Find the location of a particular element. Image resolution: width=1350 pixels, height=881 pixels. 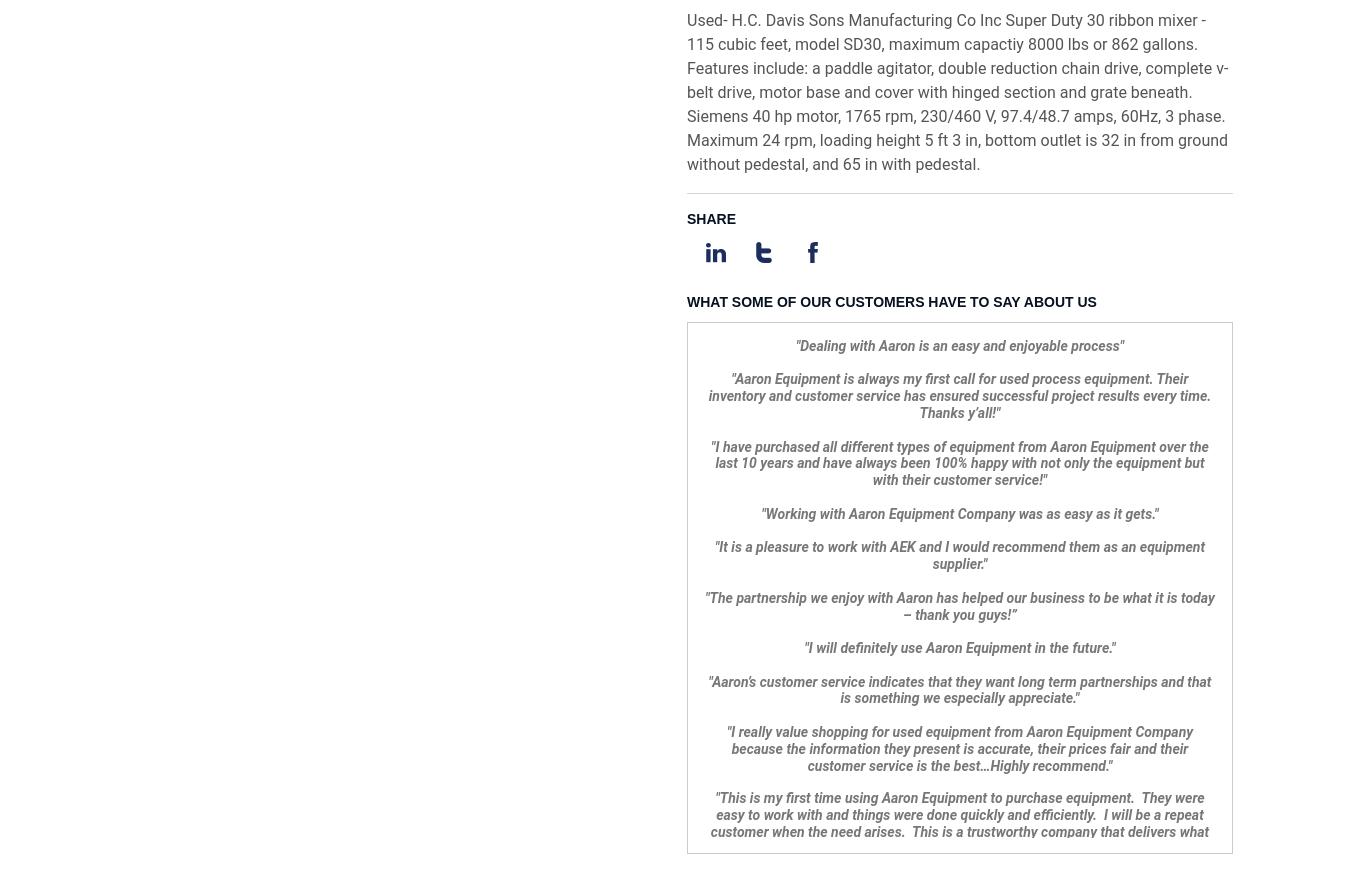

'"Aaron’s customer service indicates that they want long term partnerships and that is something we especially appreciate."' is located at coordinates (958, 76).